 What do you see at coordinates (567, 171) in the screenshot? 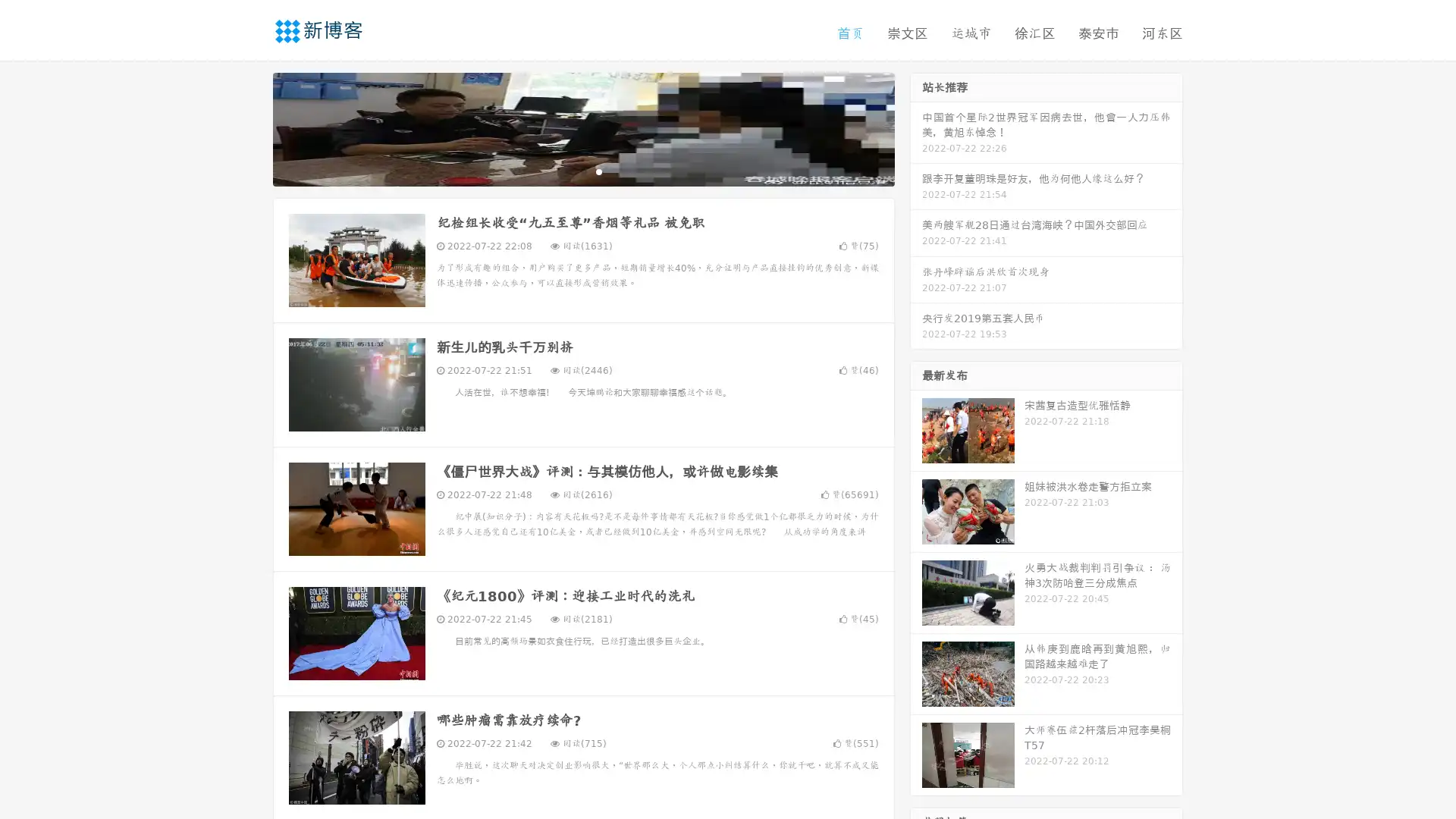
I see `Go to slide 1` at bounding box center [567, 171].